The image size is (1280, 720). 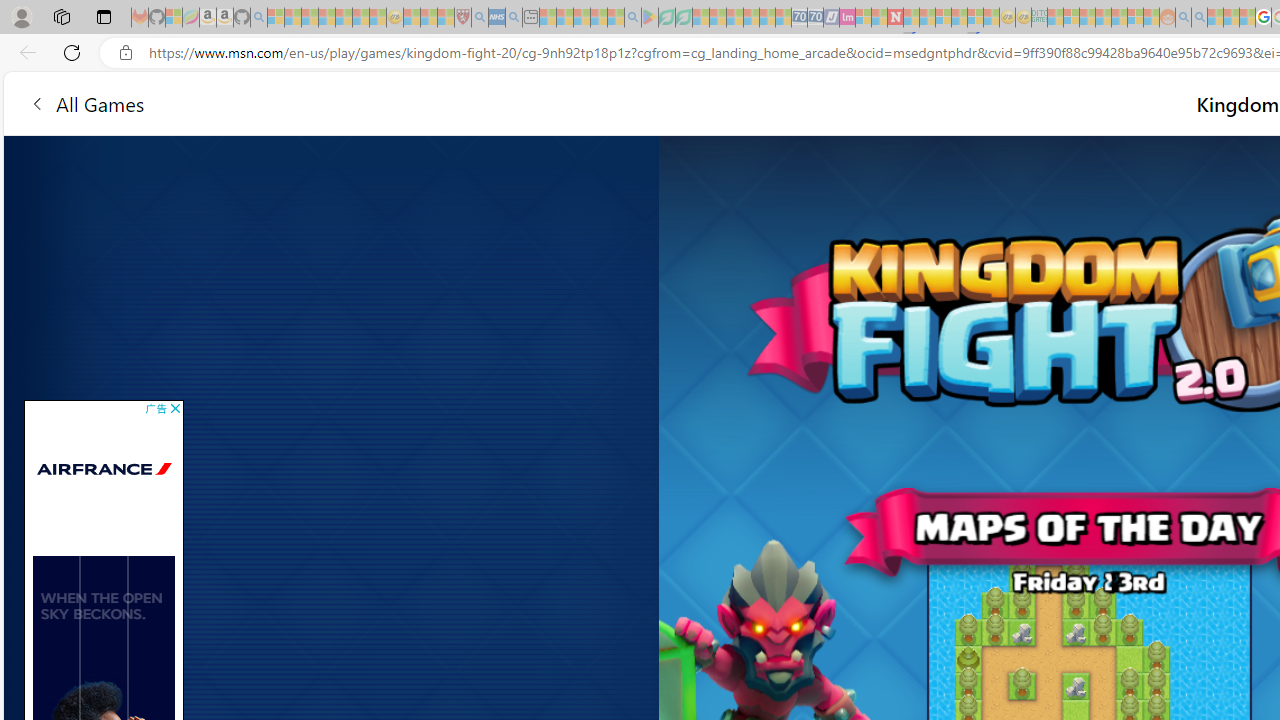 I want to click on 'DITOGAMES AG Imprint - Sleeping', so click(x=1039, y=17).